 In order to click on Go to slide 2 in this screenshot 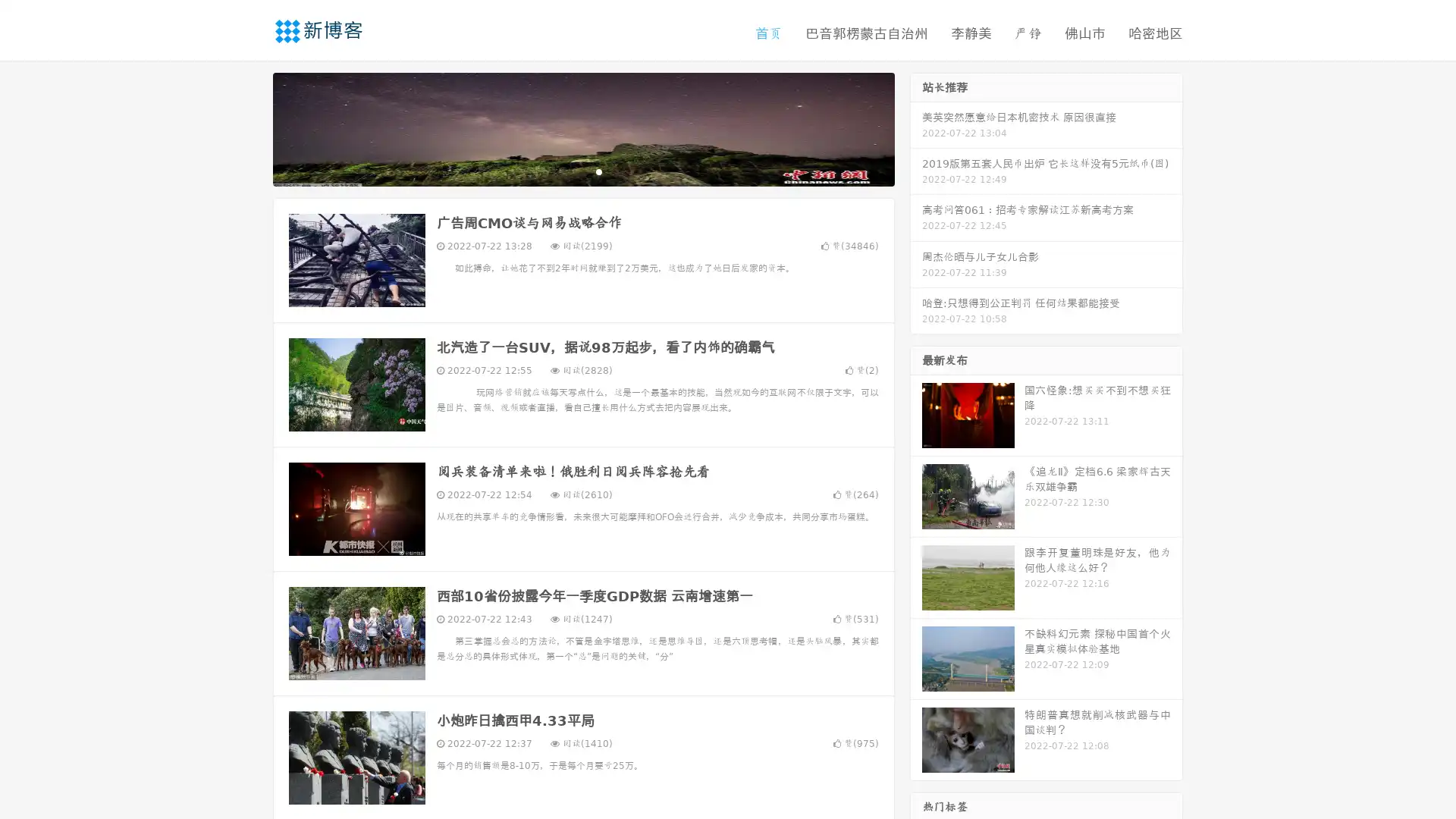, I will do `click(582, 171)`.